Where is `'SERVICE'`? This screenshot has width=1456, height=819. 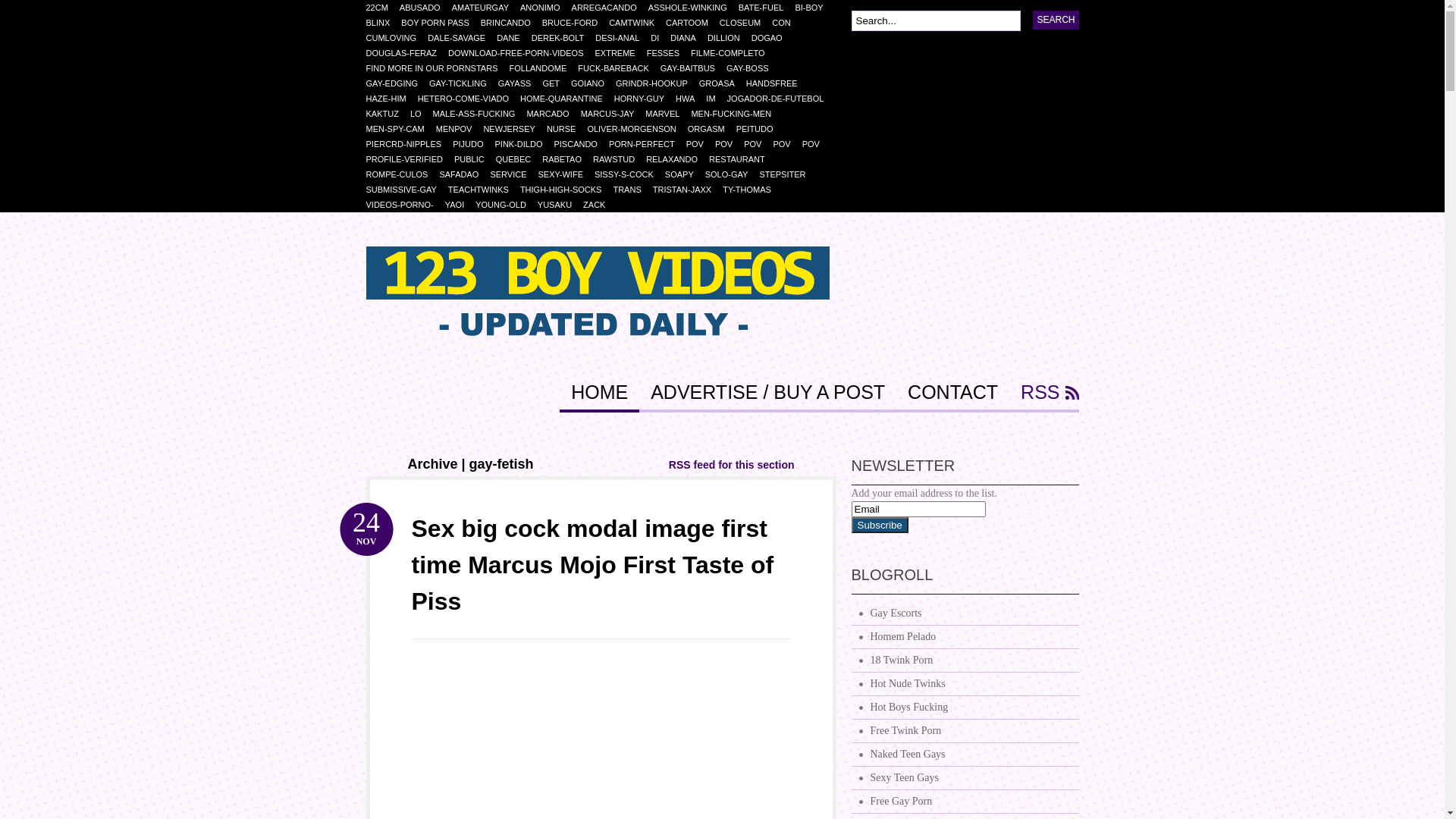
'SERVICE' is located at coordinates (490, 174).